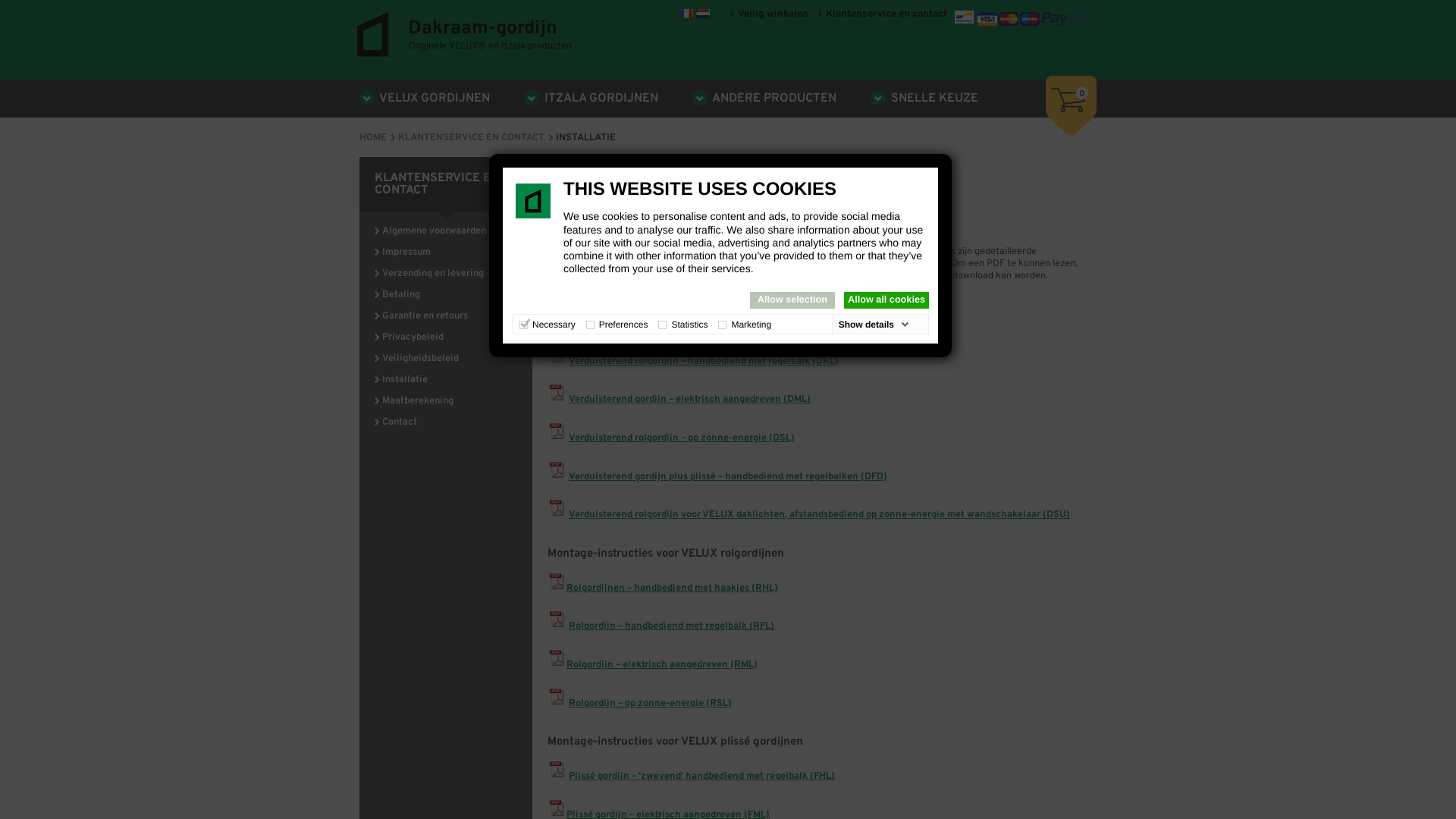 This screenshot has width=1456, height=819. I want to click on 'Verzending en levering', so click(382, 274).